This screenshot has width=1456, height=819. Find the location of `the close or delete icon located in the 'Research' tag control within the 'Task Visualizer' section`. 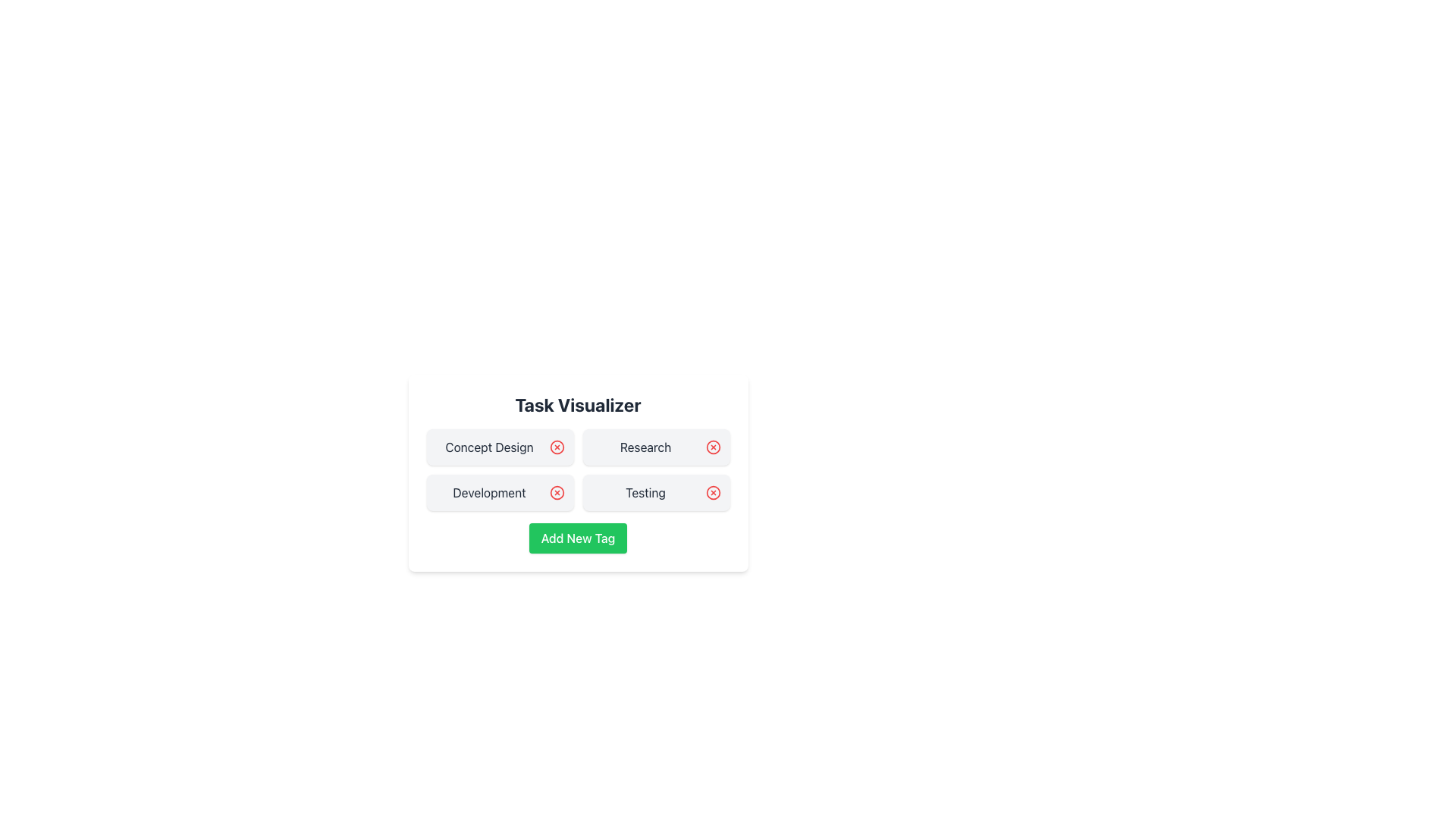

the close or delete icon located in the 'Research' tag control within the 'Task Visualizer' section is located at coordinates (712, 447).